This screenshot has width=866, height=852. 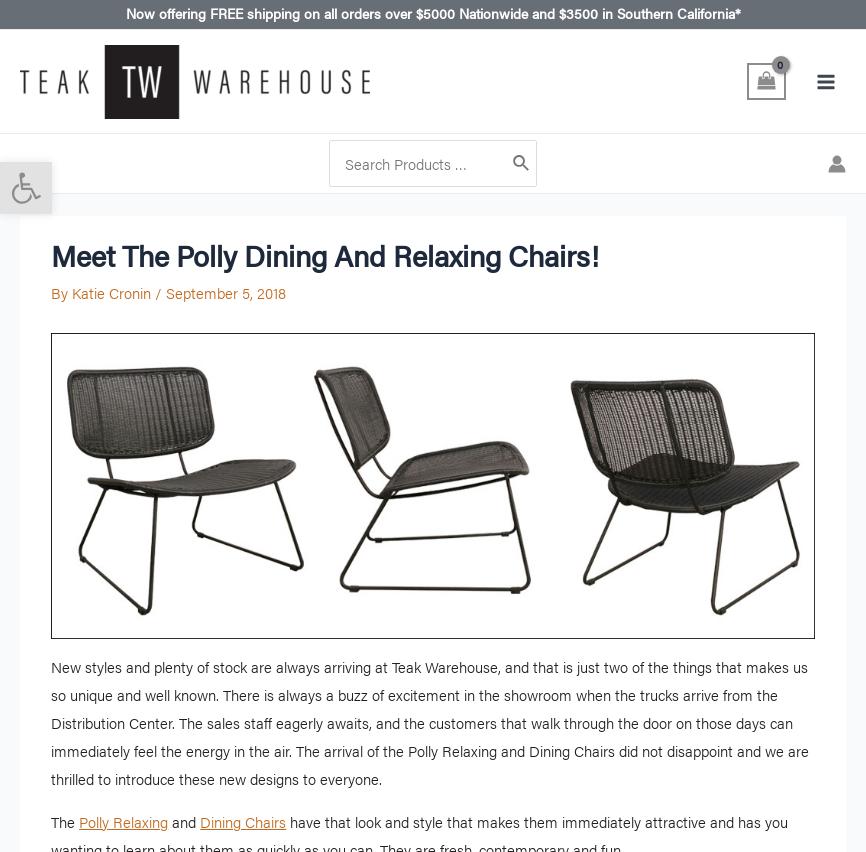 What do you see at coordinates (241, 820) in the screenshot?
I see `'Dining Chairs'` at bounding box center [241, 820].